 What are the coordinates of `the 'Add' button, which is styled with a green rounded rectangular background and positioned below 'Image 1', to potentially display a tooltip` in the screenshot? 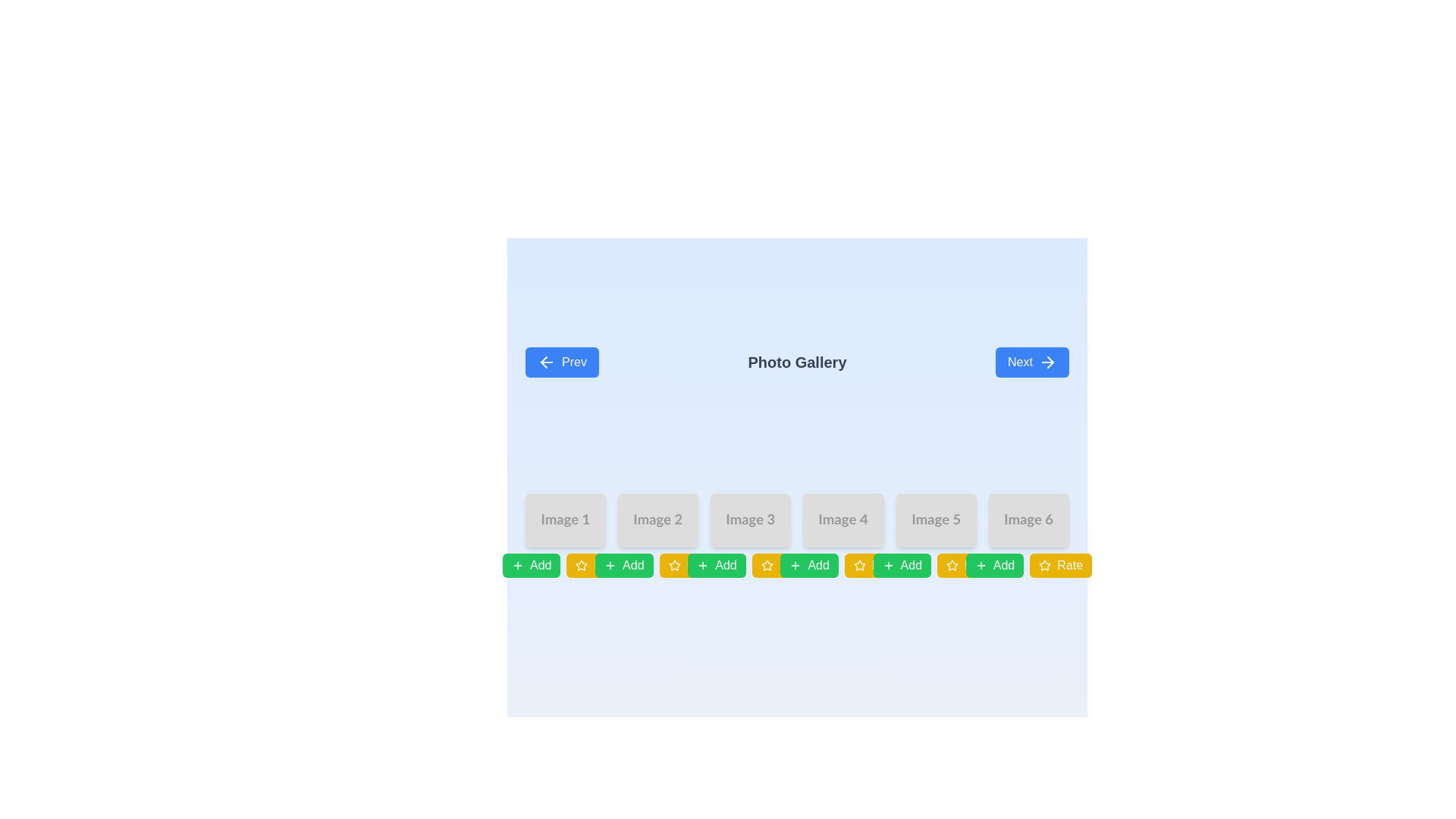 It's located at (541, 565).